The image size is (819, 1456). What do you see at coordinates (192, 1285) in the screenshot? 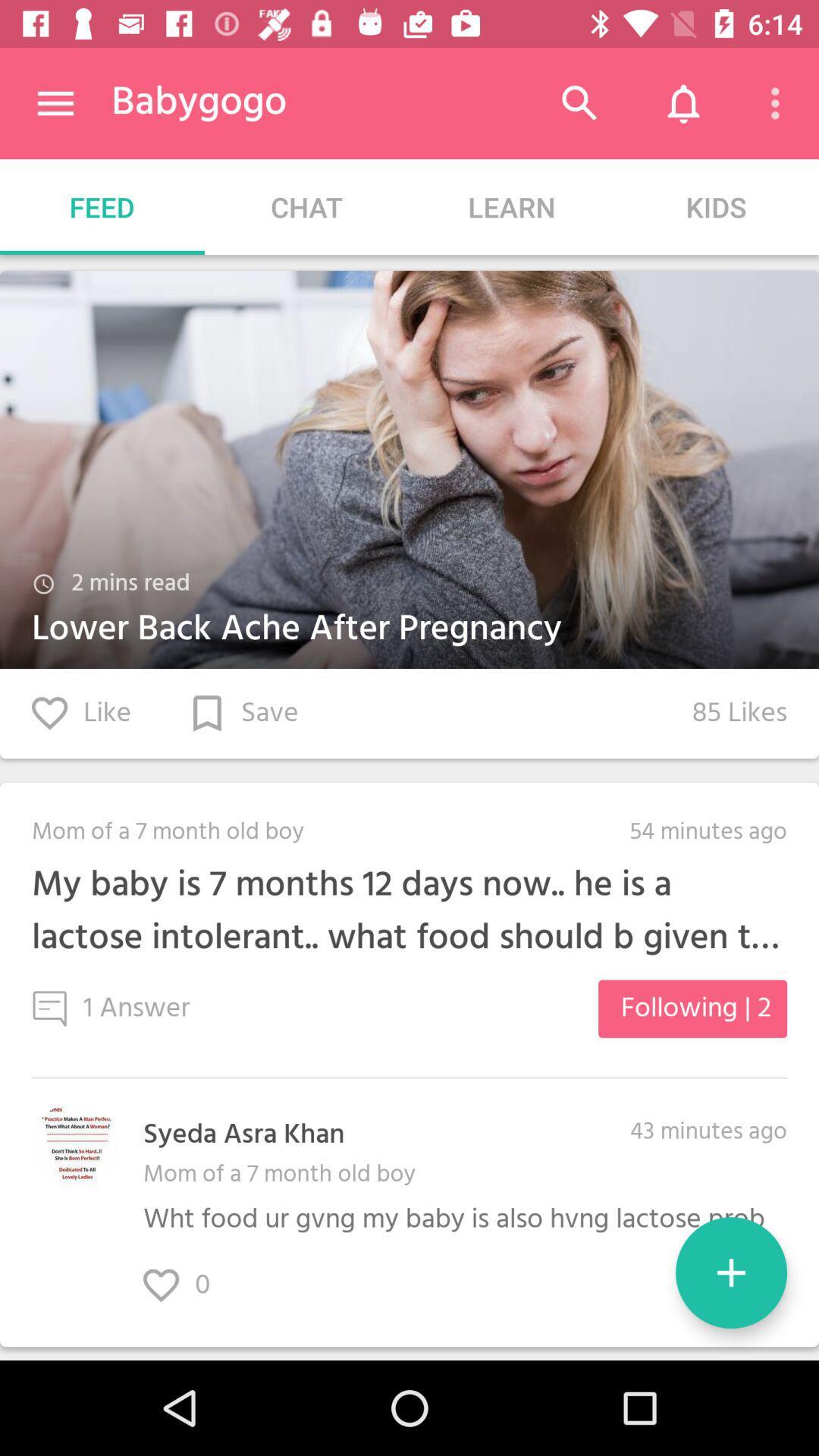
I see `0 icon` at bounding box center [192, 1285].